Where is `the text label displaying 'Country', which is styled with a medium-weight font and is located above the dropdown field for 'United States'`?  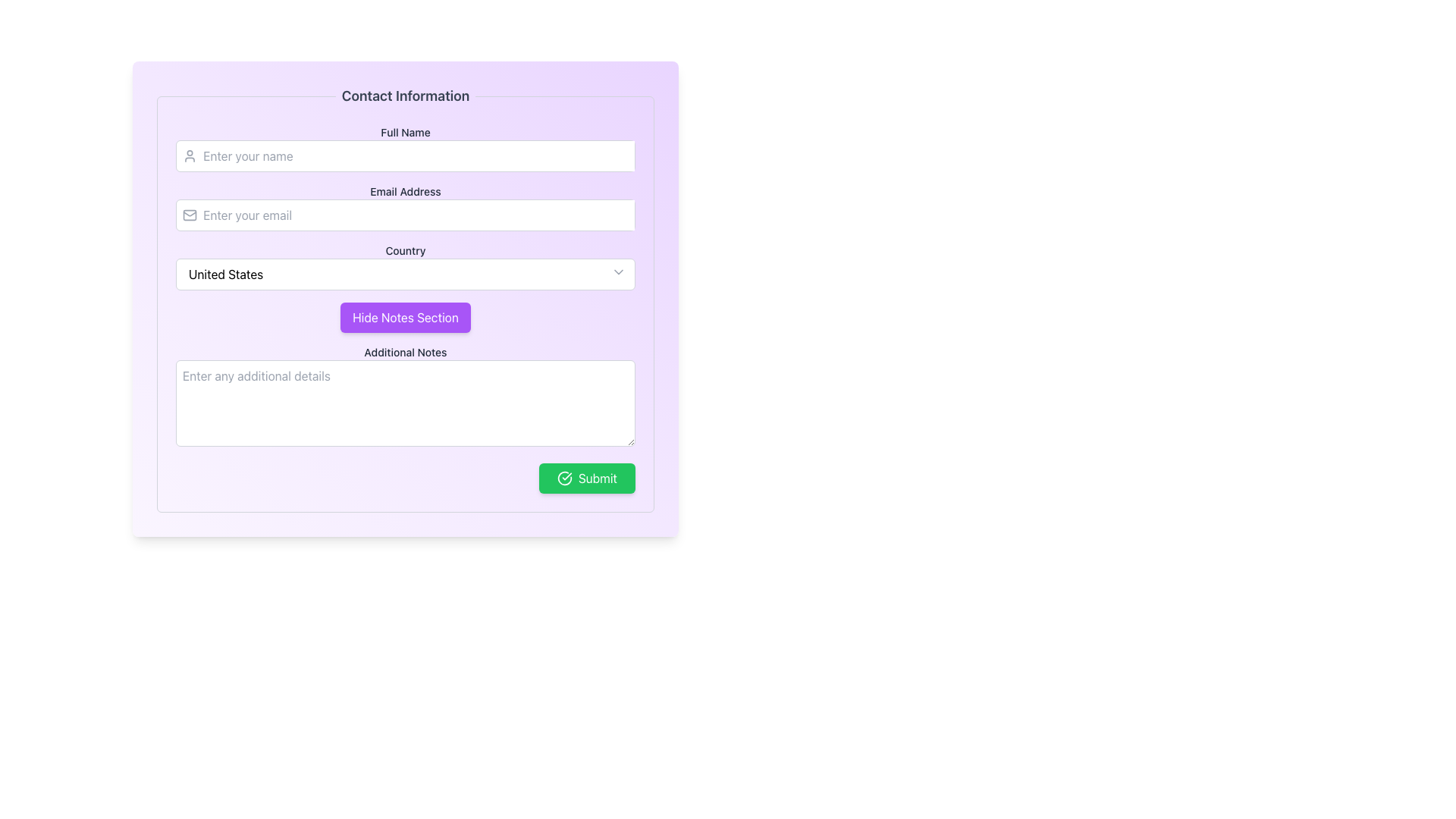 the text label displaying 'Country', which is styled with a medium-weight font and is located above the dropdown field for 'United States' is located at coordinates (405, 250).